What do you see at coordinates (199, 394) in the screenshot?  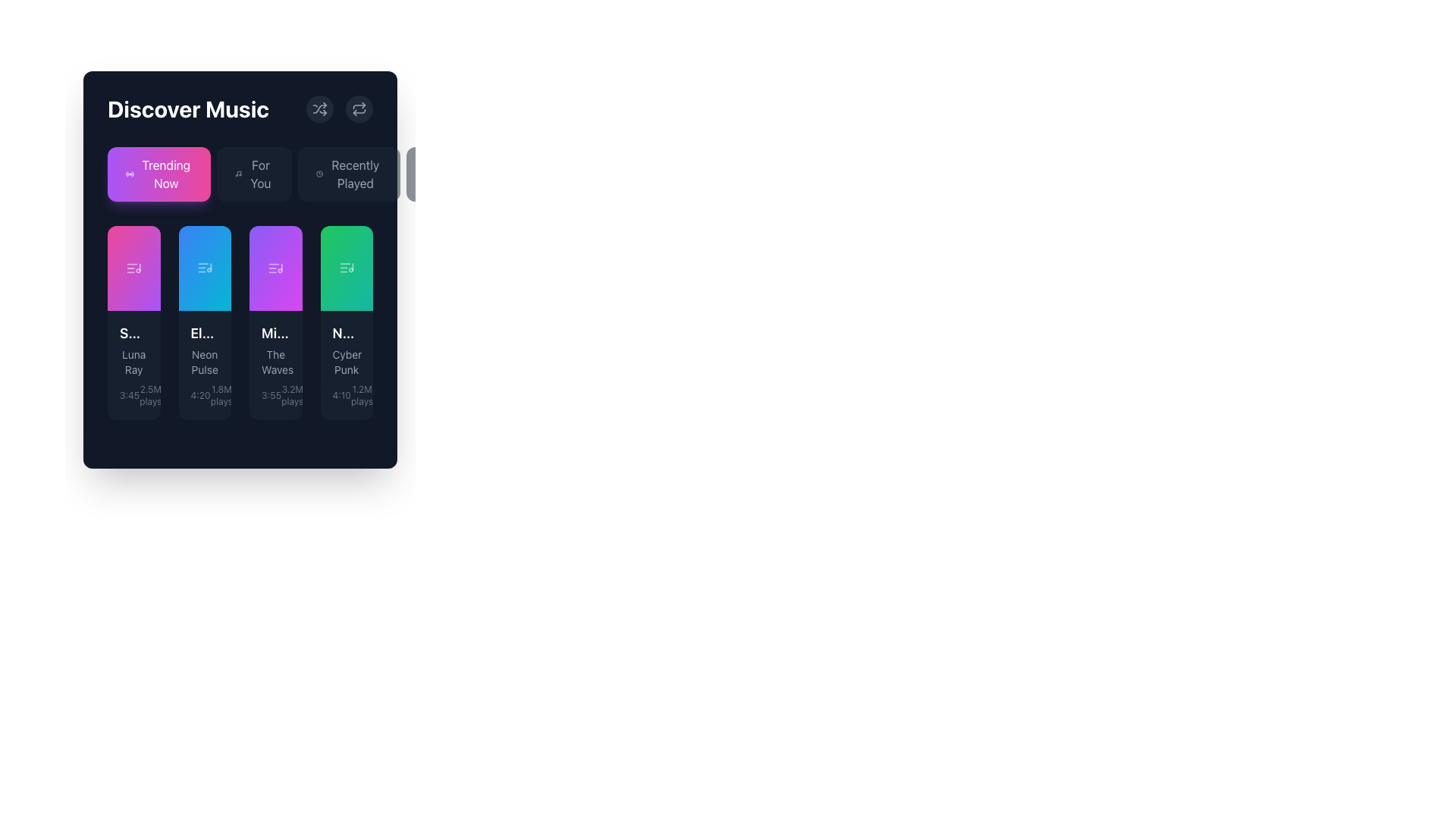 I see `the text label that displays the duration of the song 'Neon Pulse', located in the lower-left segment of the card, above the '1.8M plays' text in the 'Trending Now' section` at bounding box center [199, 394].